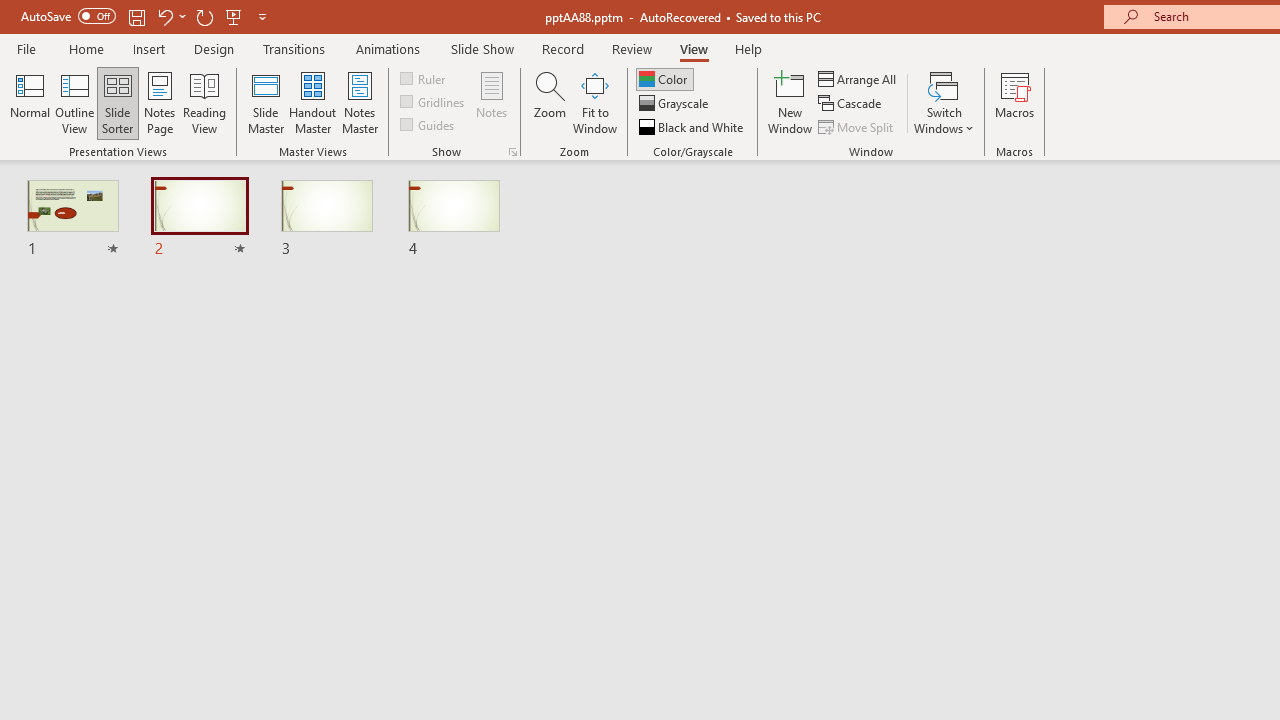  I want to click on 'Zoom...', so click(549, 103).